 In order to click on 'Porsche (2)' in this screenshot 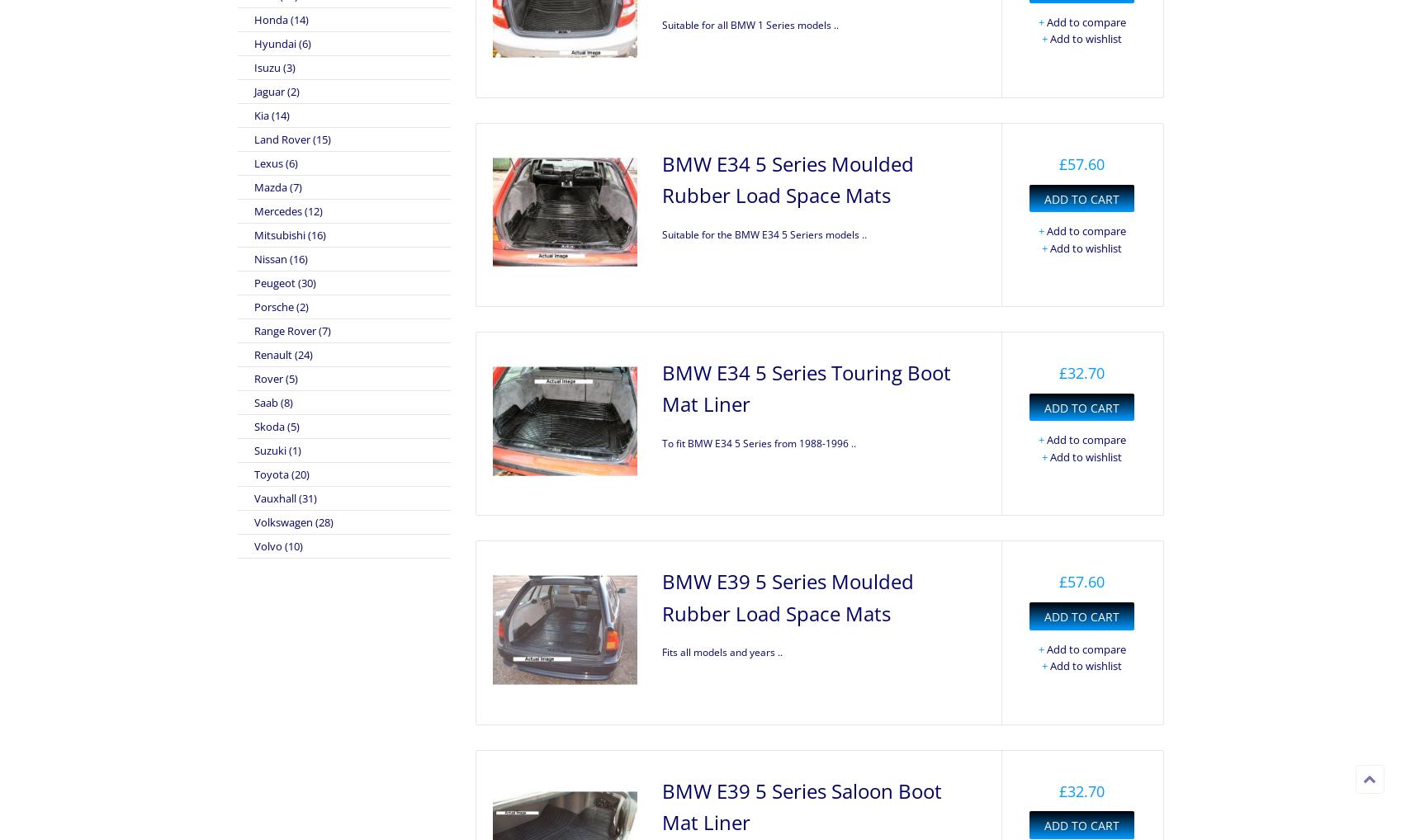, I will do `click(252, 306)`.